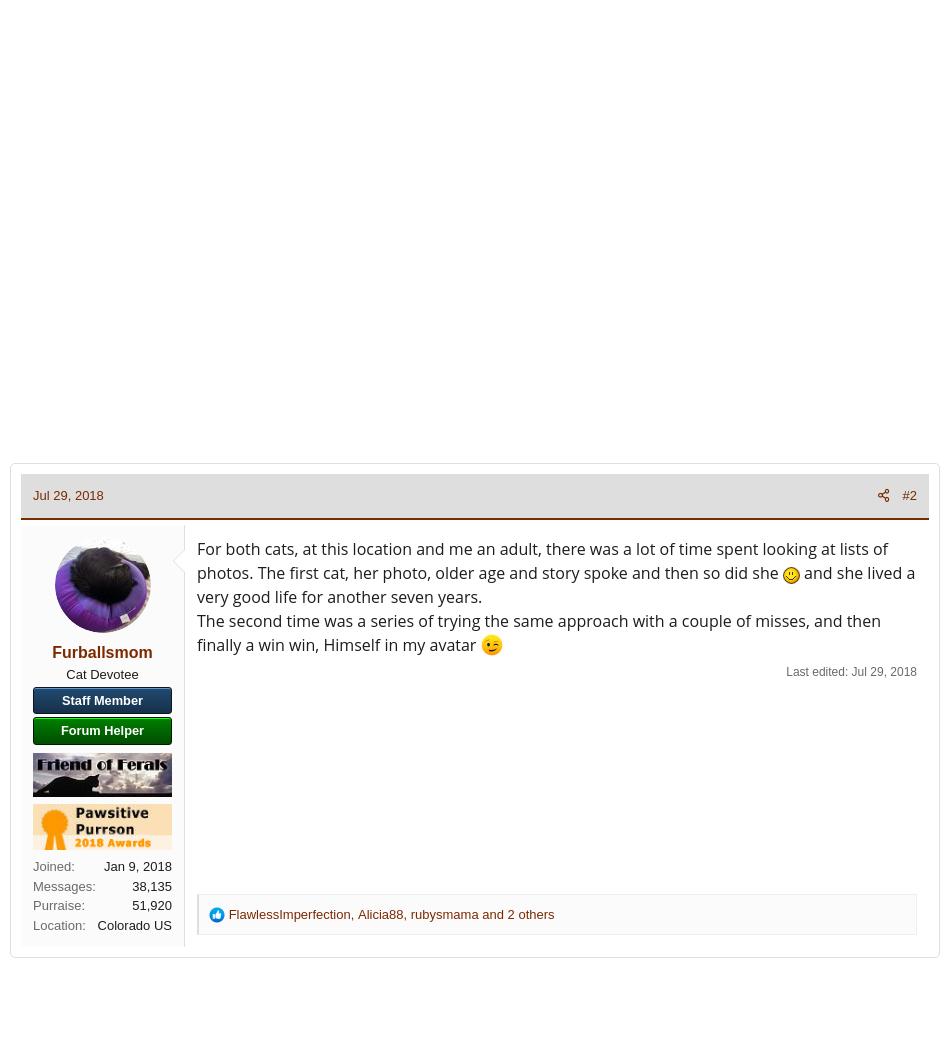 Image resolution: width=950 pixels, height=1047 pixels. What do you see at coordinates (152, 905) in the screenshot?
I see `'51,920'` at bounding box center [152, 905].